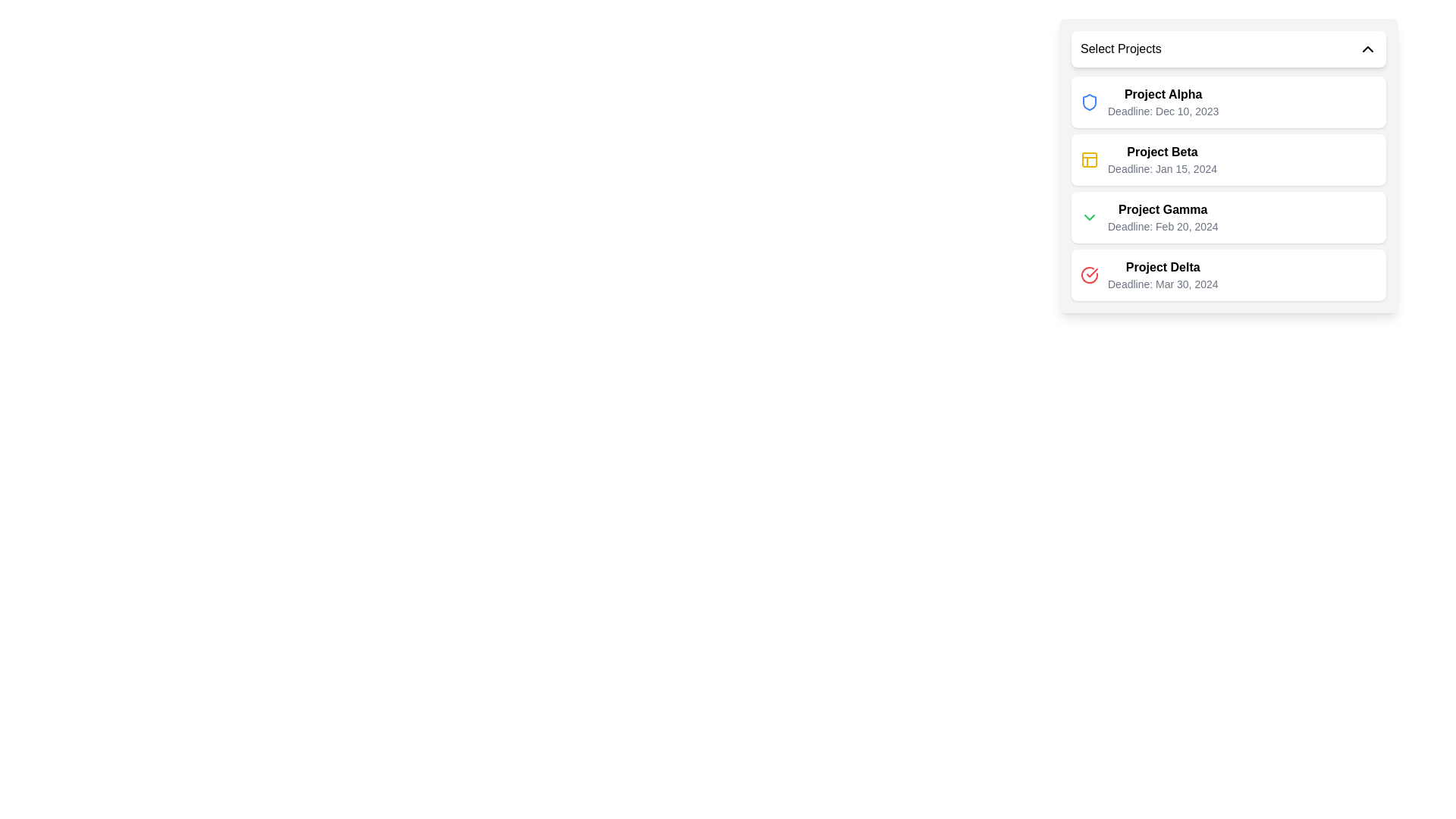  What do you see at coordinates (1228, 49) in the screenshot?
I see `the Dropdown Toggle labeled 'Select Projects'` at bounding box center [1228, 49].